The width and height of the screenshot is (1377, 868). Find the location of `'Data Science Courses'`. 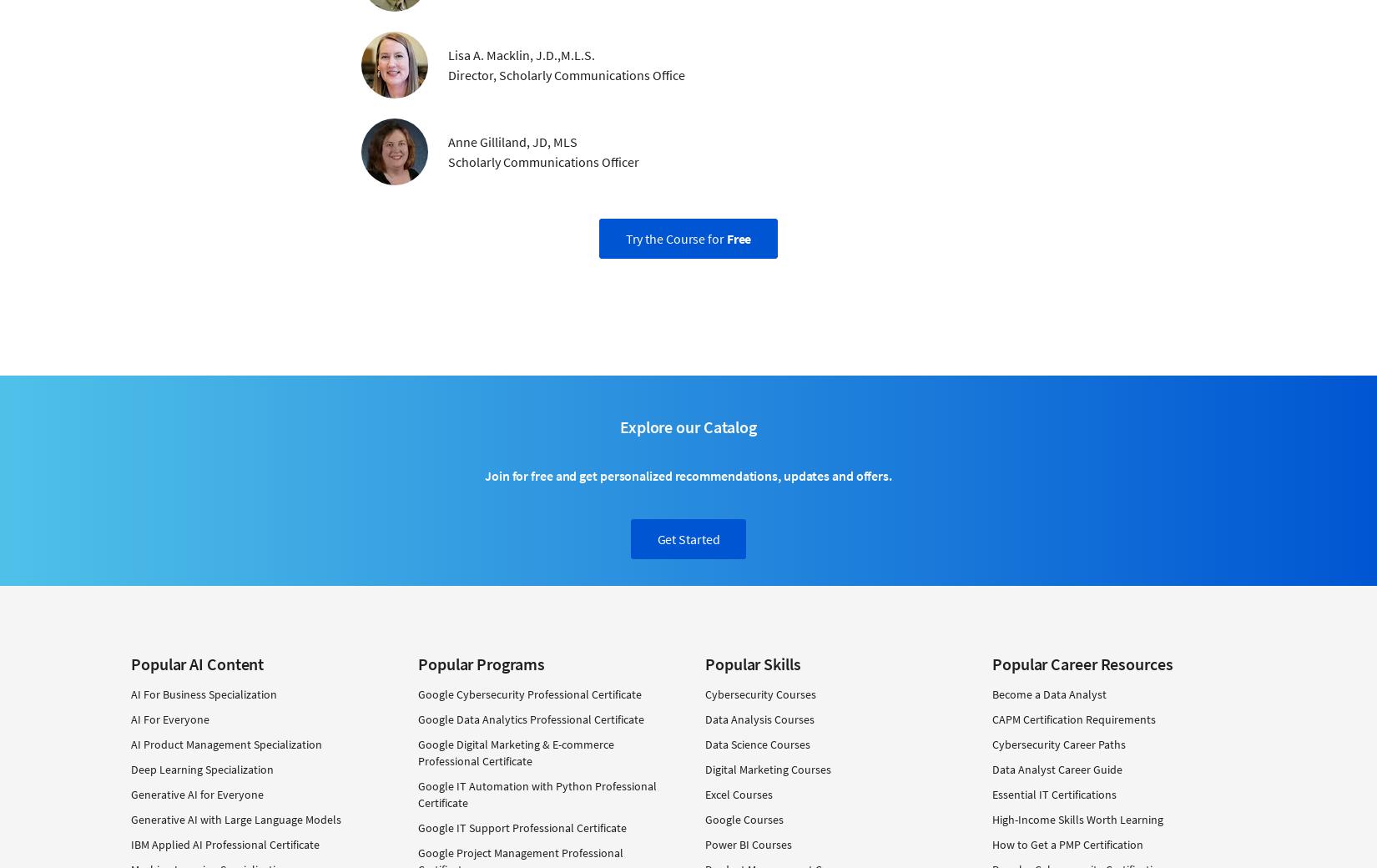

'Data Science Courses' is located at coordinates (757, 742).